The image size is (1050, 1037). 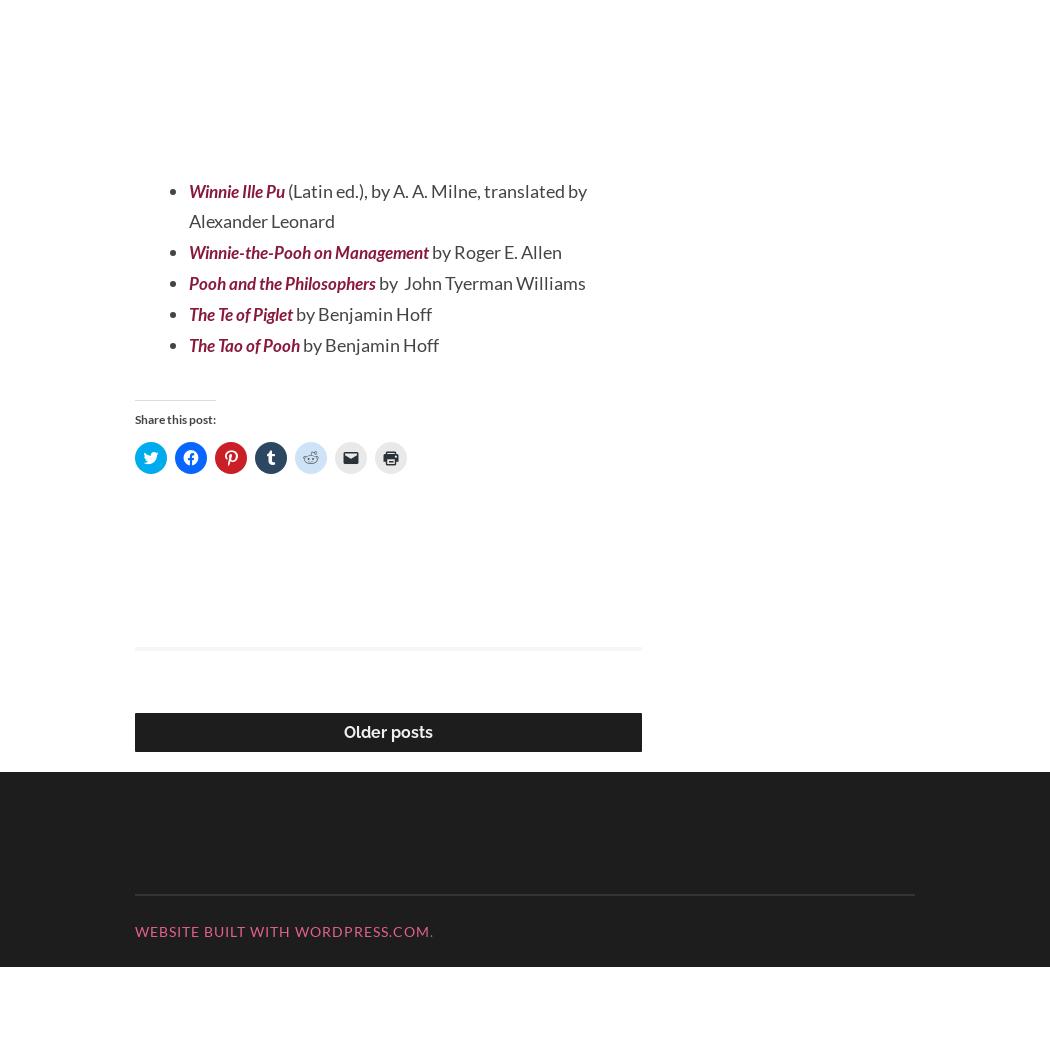 What do you see at coordinates (134, 489) in the screenshot?
I see `'Share this post:'` at bounding box center [134, 489].